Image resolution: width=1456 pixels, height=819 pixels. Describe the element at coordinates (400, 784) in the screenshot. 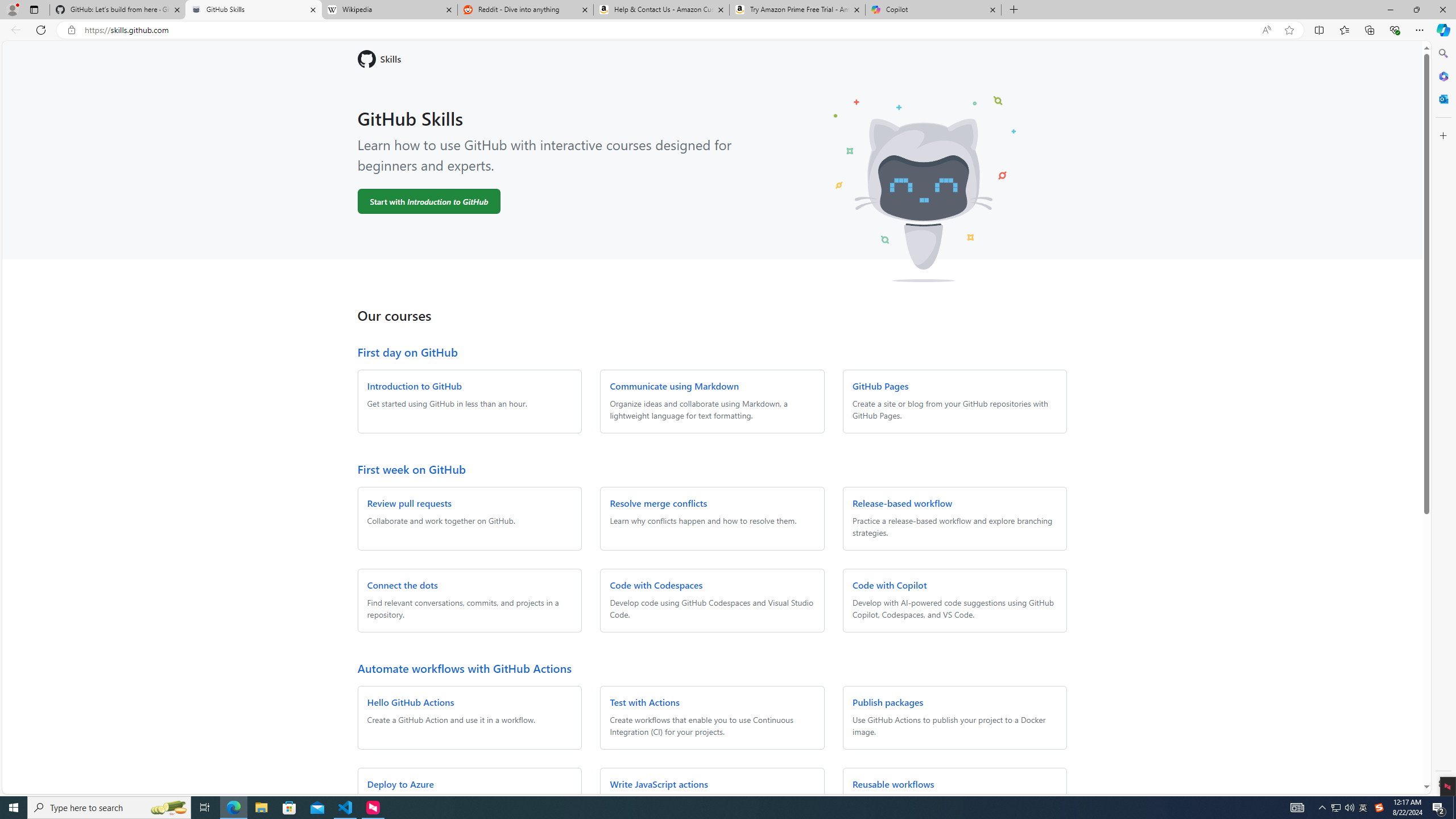

I see `'Deploy to Azure'` at that location.